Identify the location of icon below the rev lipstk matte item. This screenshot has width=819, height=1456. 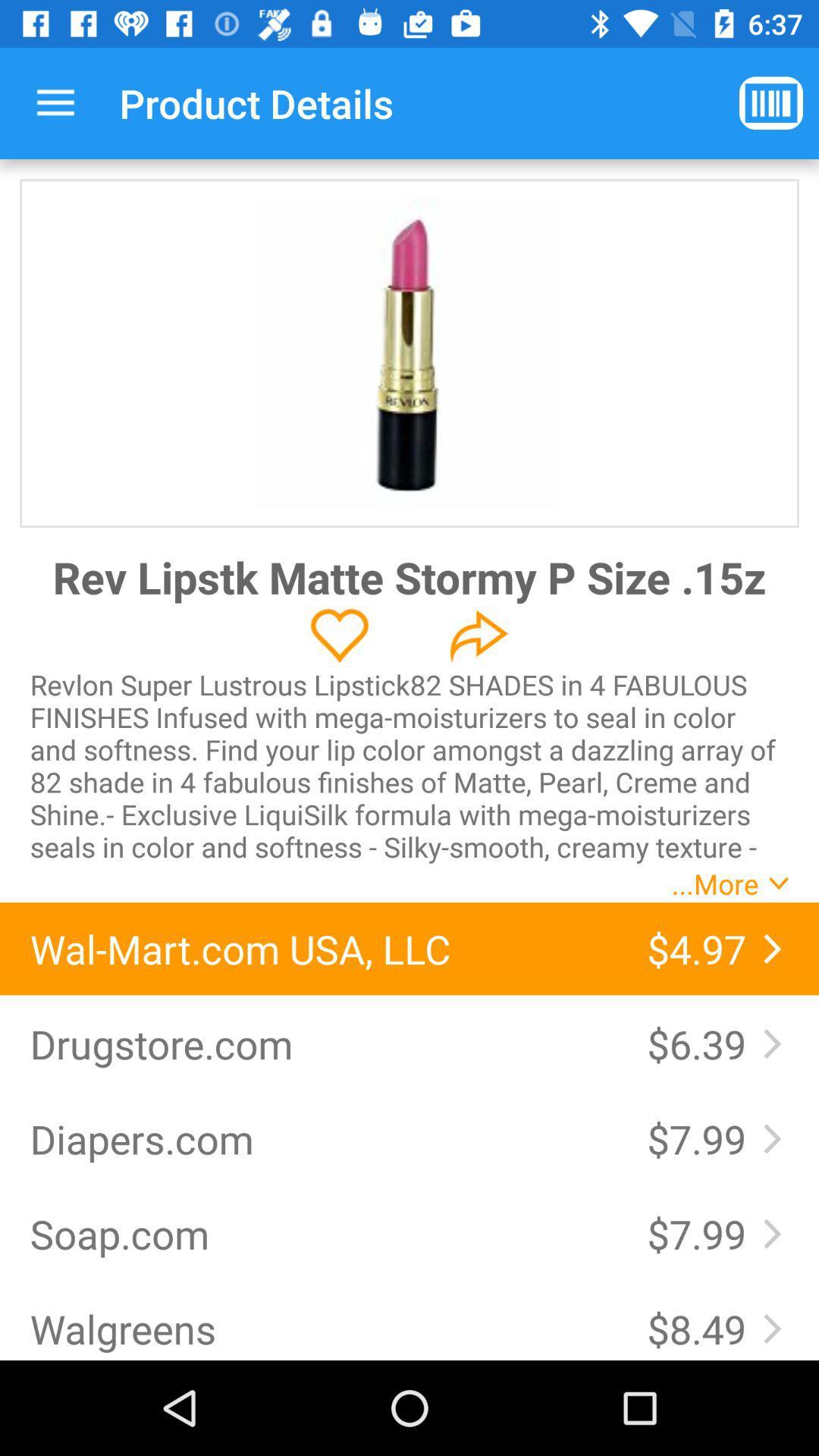
(339, 635).